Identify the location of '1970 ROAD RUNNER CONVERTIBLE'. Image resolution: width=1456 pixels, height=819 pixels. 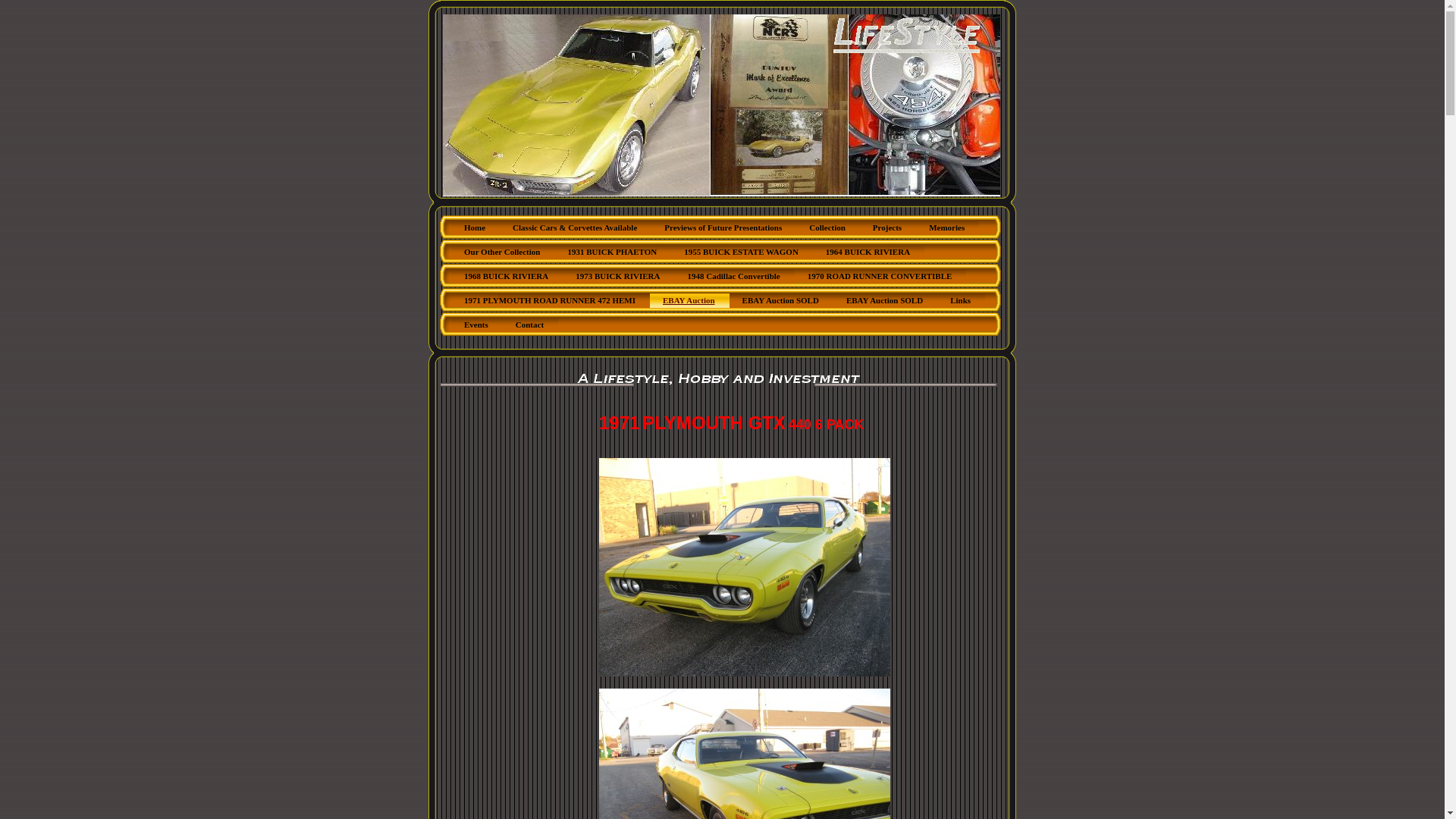
(880, 277).